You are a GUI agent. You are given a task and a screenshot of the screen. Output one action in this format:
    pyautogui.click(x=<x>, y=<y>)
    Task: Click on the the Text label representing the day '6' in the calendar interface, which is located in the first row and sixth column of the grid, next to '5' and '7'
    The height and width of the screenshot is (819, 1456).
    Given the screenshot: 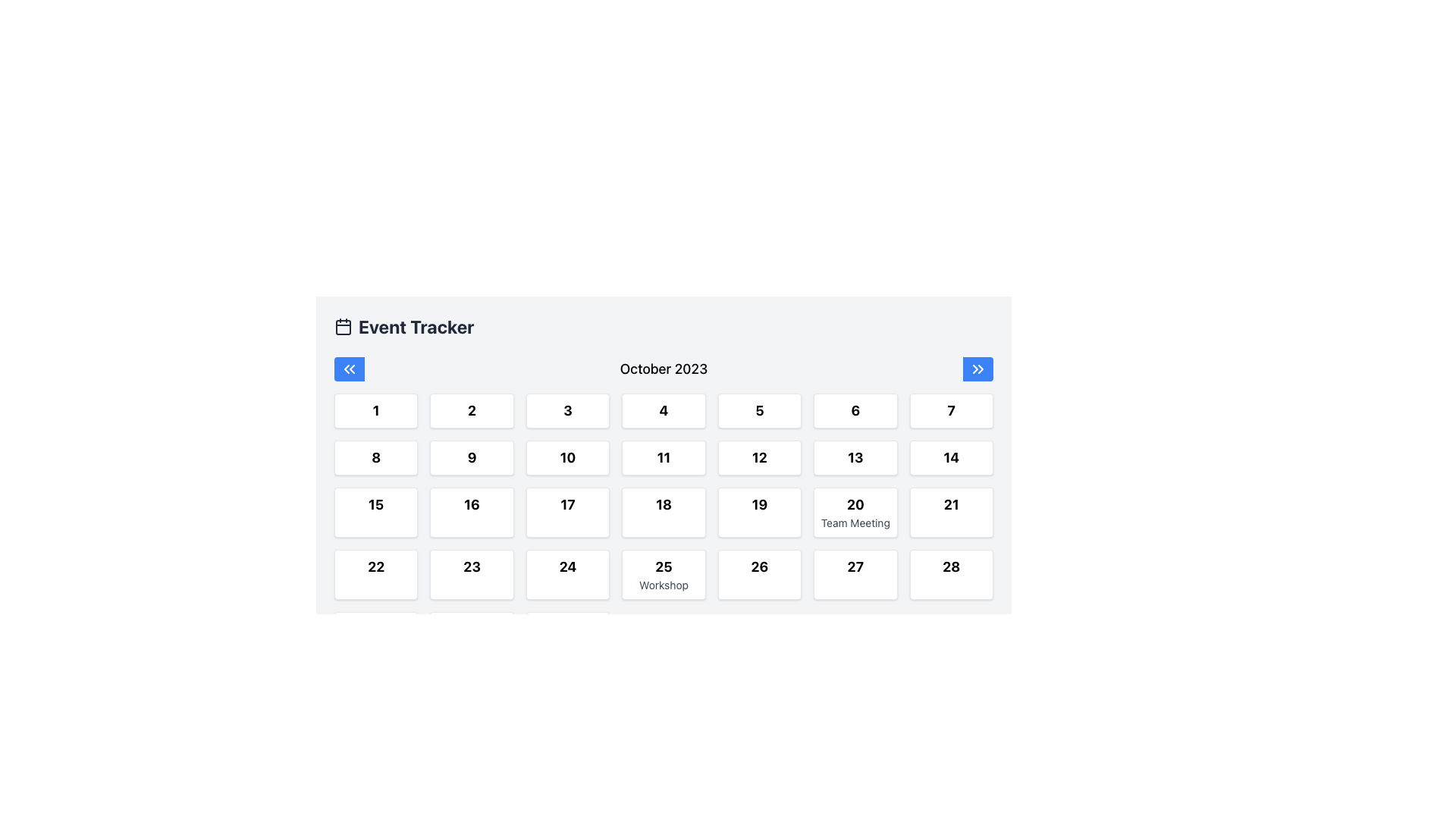 What is the action you would take?
    pyautogui.click(x=855, y=411)
    